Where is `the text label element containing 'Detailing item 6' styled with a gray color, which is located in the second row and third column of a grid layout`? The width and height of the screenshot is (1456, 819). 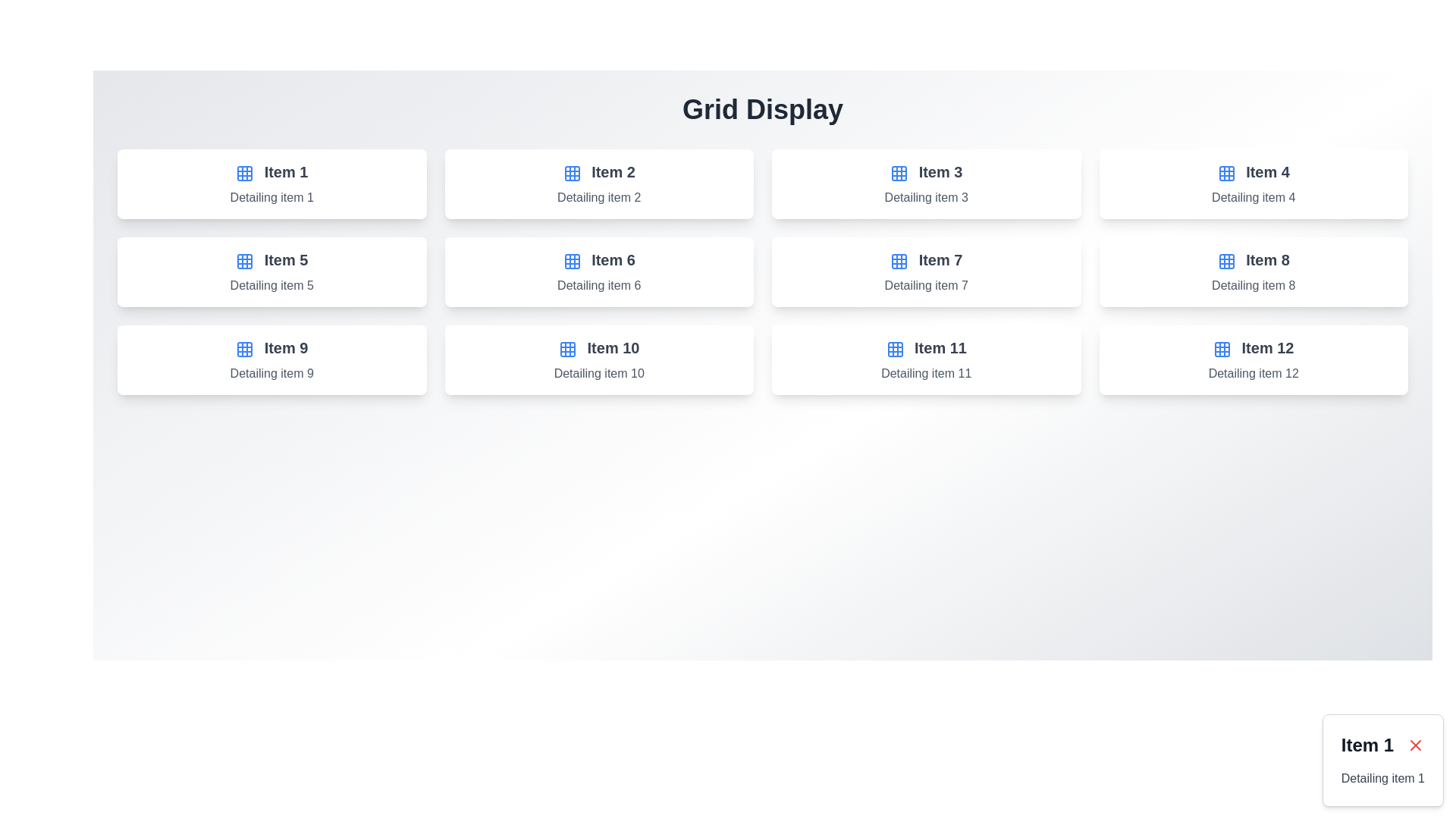
the text label element containing 'Detailing item 6' styled with a gray color, which is located in the second row and third column of a grid layout is located at coordinates (598, 286).